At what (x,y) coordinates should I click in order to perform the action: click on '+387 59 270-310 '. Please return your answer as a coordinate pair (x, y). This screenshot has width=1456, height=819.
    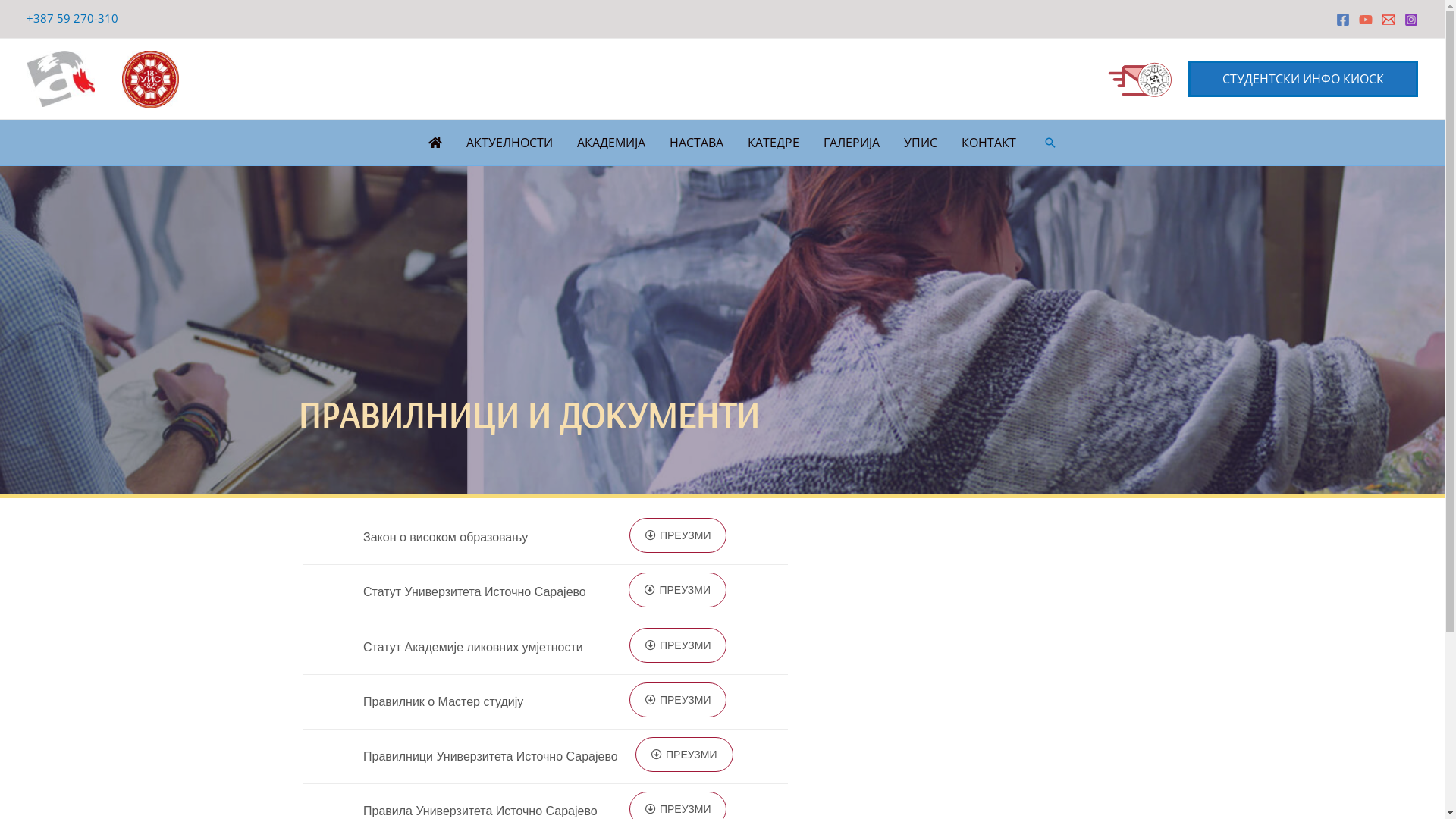
    Looking at the image, I should click on (73, 17).